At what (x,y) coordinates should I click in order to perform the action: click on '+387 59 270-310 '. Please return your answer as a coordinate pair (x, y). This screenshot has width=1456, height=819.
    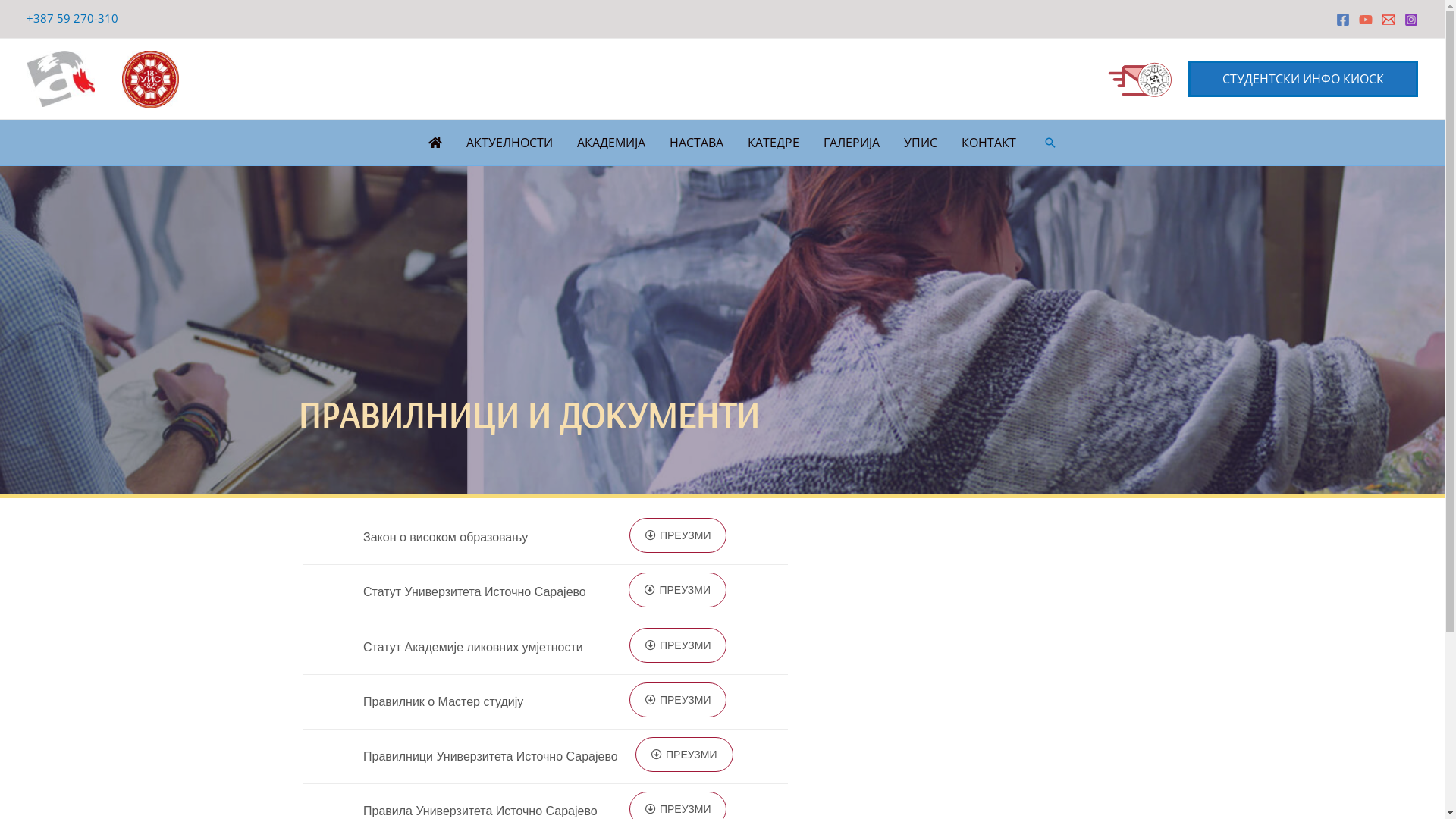
    Looking at the image, I should click on (73, 17).